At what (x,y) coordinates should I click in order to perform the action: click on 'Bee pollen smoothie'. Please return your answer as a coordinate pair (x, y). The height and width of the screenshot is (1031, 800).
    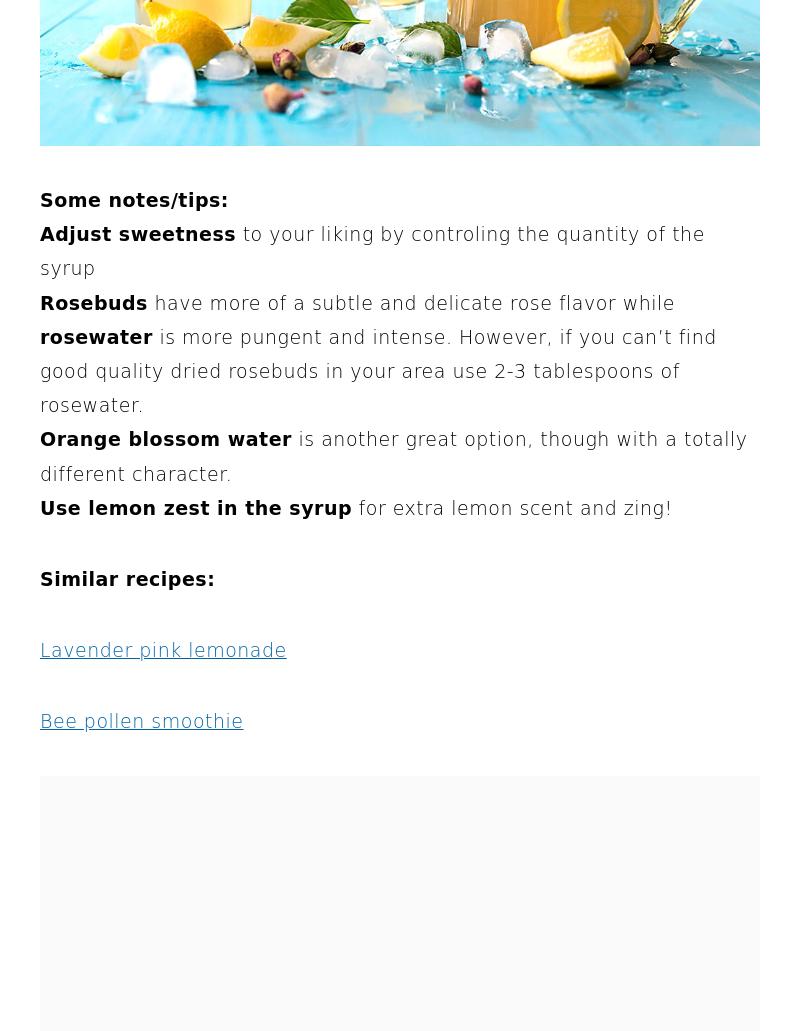
    Looking at the image, I should click on (141, 720).